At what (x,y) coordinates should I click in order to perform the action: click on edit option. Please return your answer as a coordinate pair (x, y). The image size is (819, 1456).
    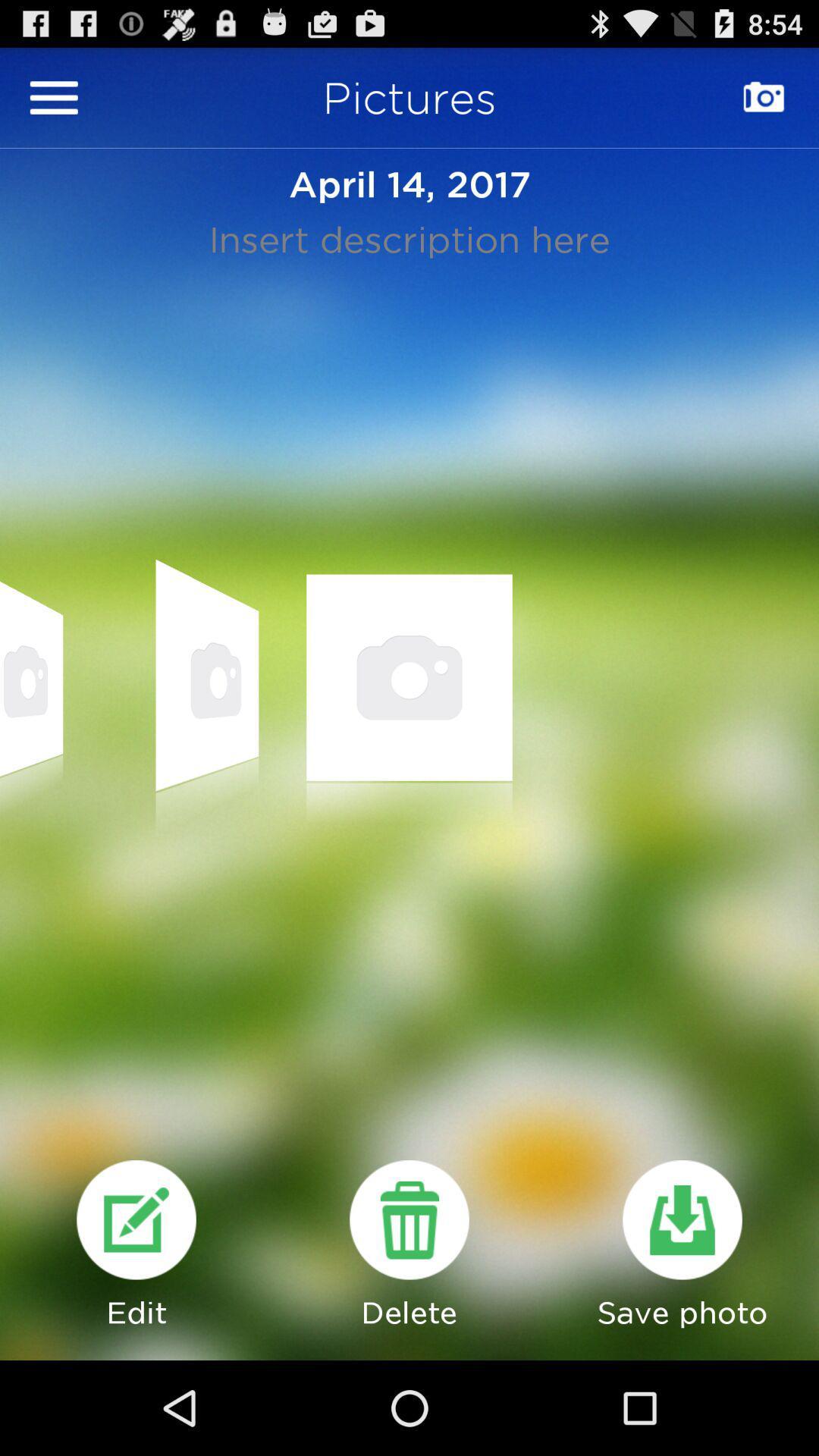
    Looking at the image, I should click on (136, 1219).